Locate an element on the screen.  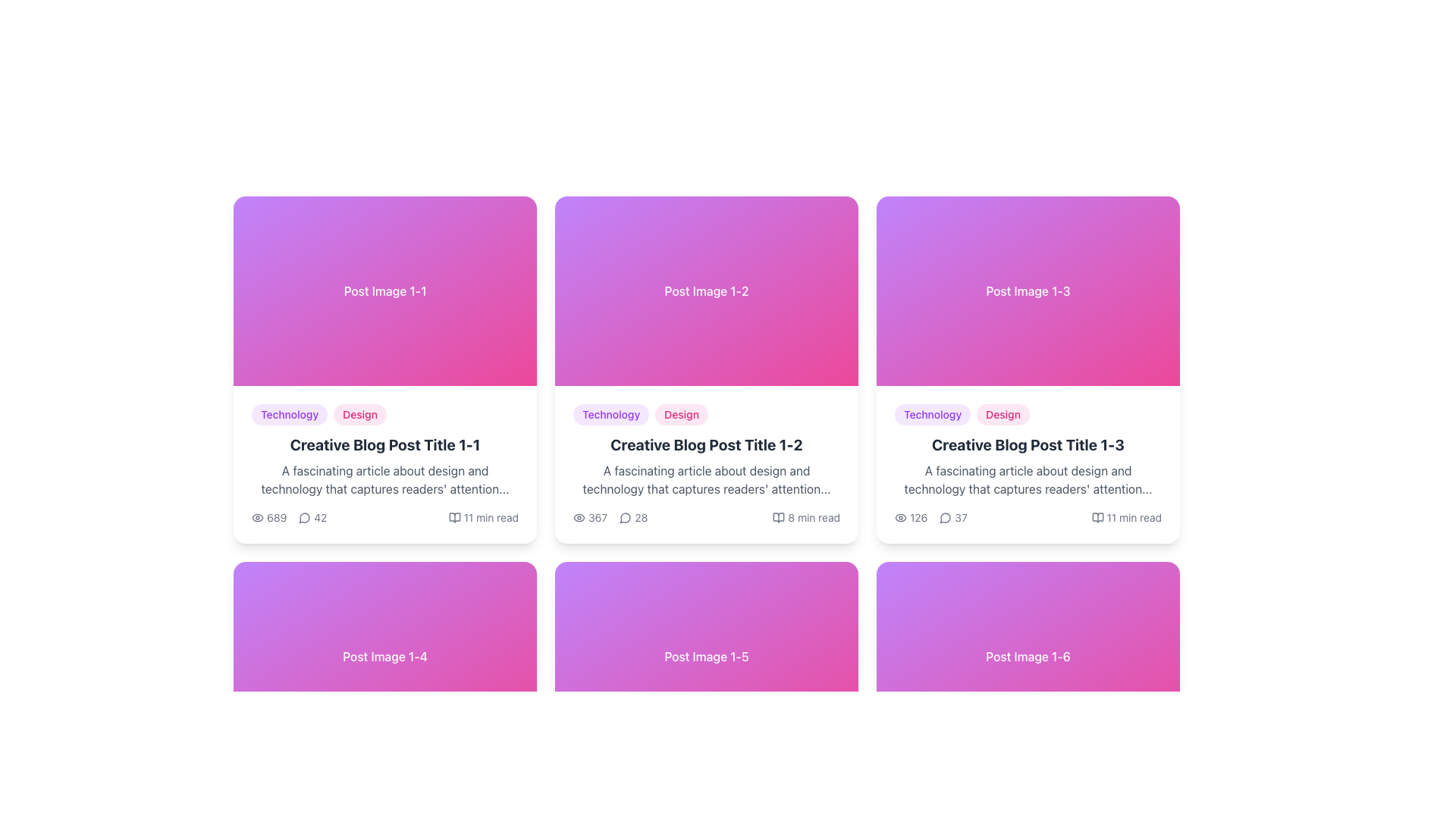
the reading duration represented by the Vector icon (SVG) located in the bottom-right section of the blog post card titled 'Creative Blog Post Title 1-2', preceding the text '8 min read' is located at coordinates (779, 516).